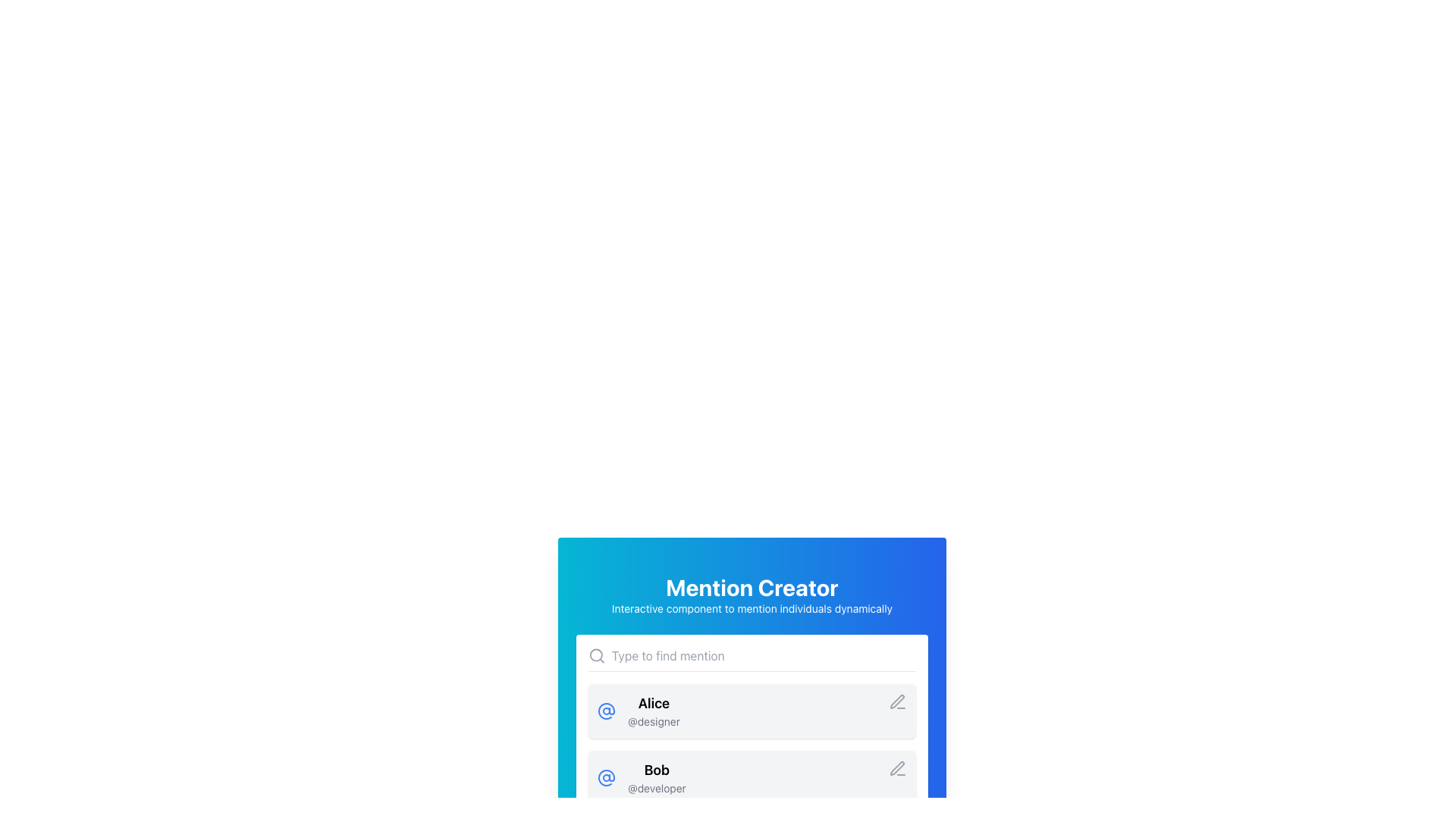 The width and height of the screenshot is (1456, 819). What do you see at coordinates (596, 654) in the screenshot?
I see `the magnifying glass icon, which is a gray SVG graphic indicating a search function, located at the far left of the 'Type to find mention' input field` at bounding box center [596, 654].